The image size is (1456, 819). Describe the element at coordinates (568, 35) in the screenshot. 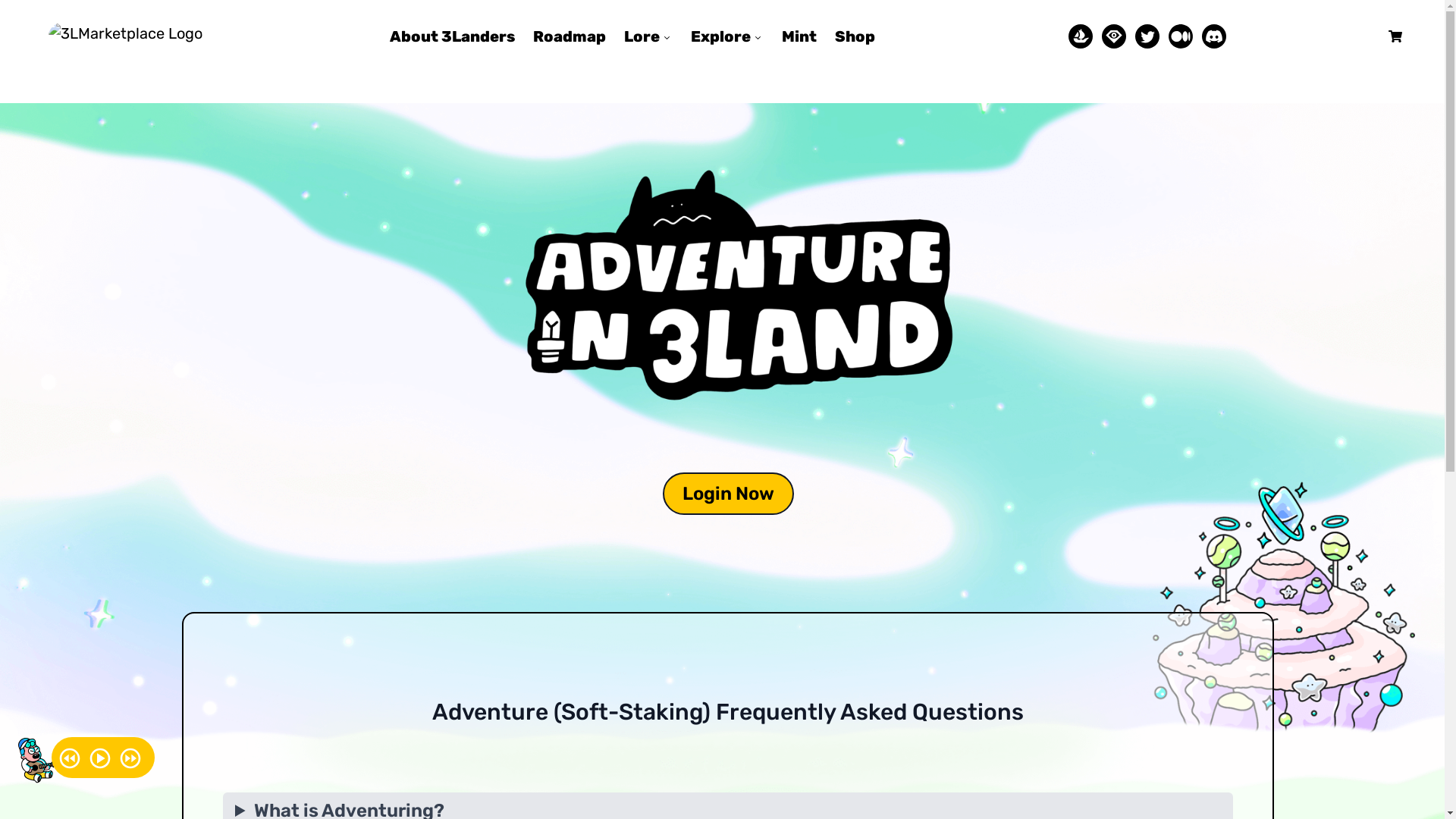

I see `'Roadmap'` at that location.